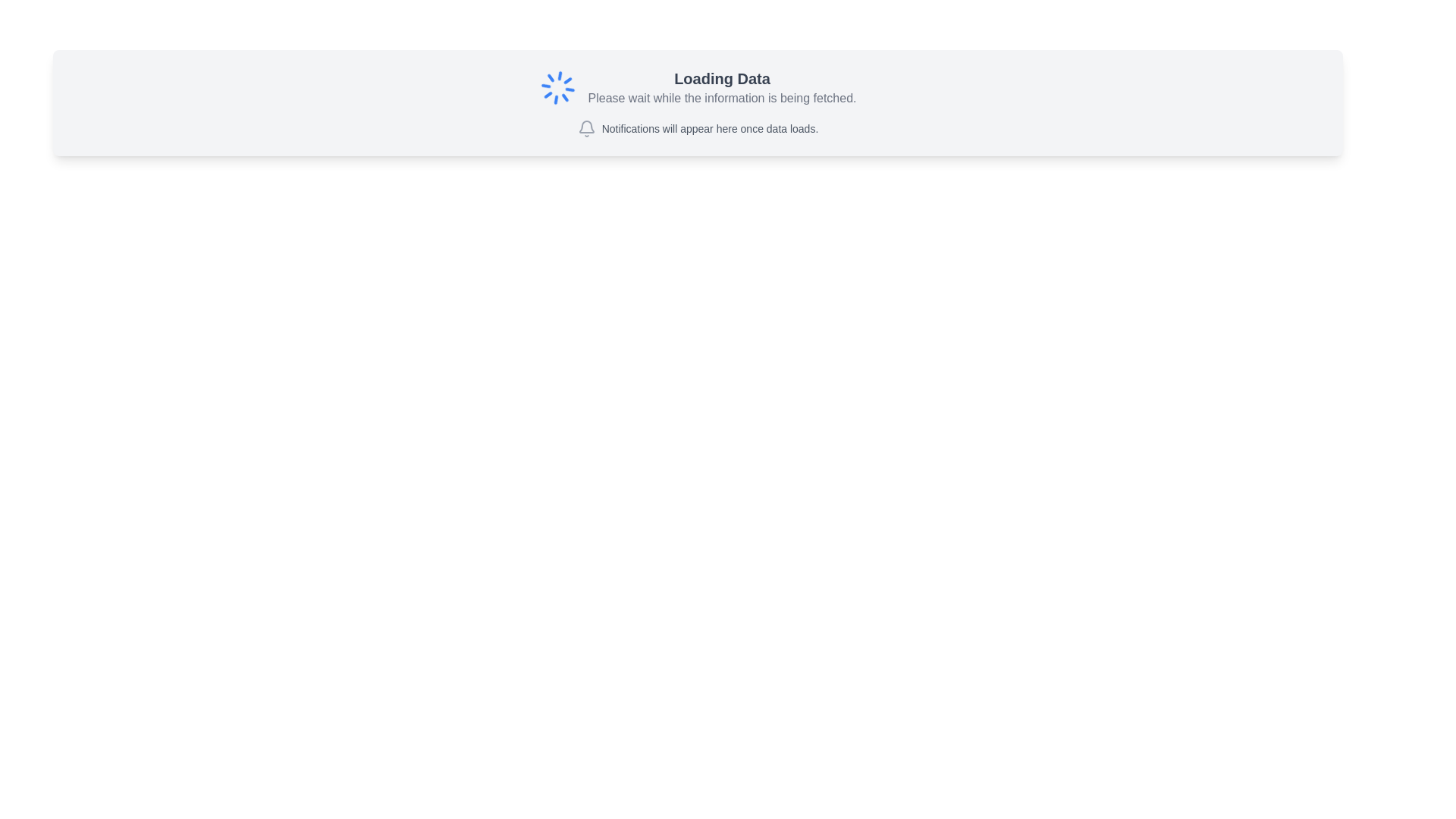 The width and height of the screenshot is (1456, 819). I want to click on the static text displaying 'Please wait while the information is being fetched.' which is located below the 'Loading Data' header, so click(721, 99).